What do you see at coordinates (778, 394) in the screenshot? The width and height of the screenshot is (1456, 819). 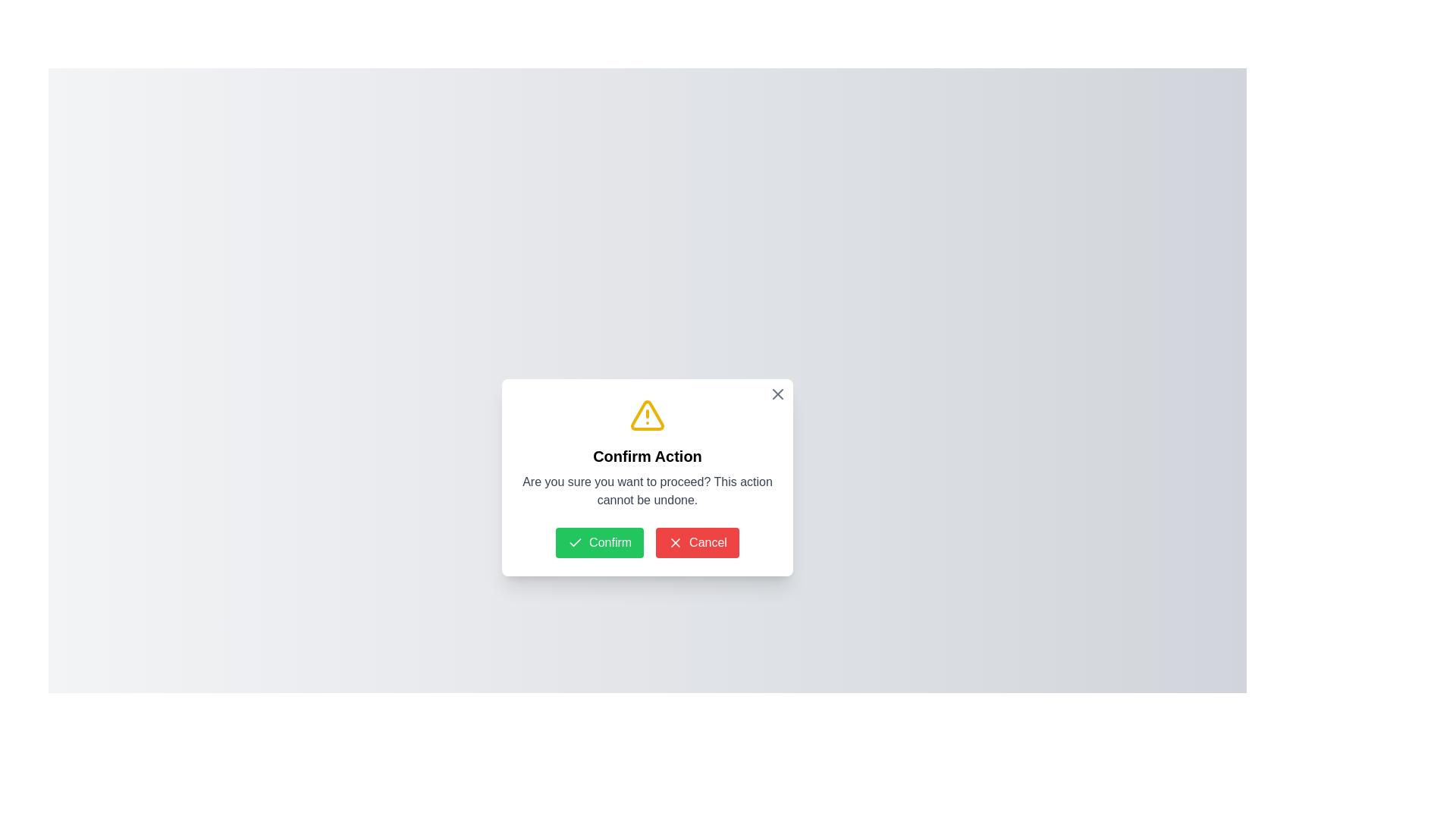 I see `the close button located at the top-right corner of the dialog box` at bounding box center [778, 394].